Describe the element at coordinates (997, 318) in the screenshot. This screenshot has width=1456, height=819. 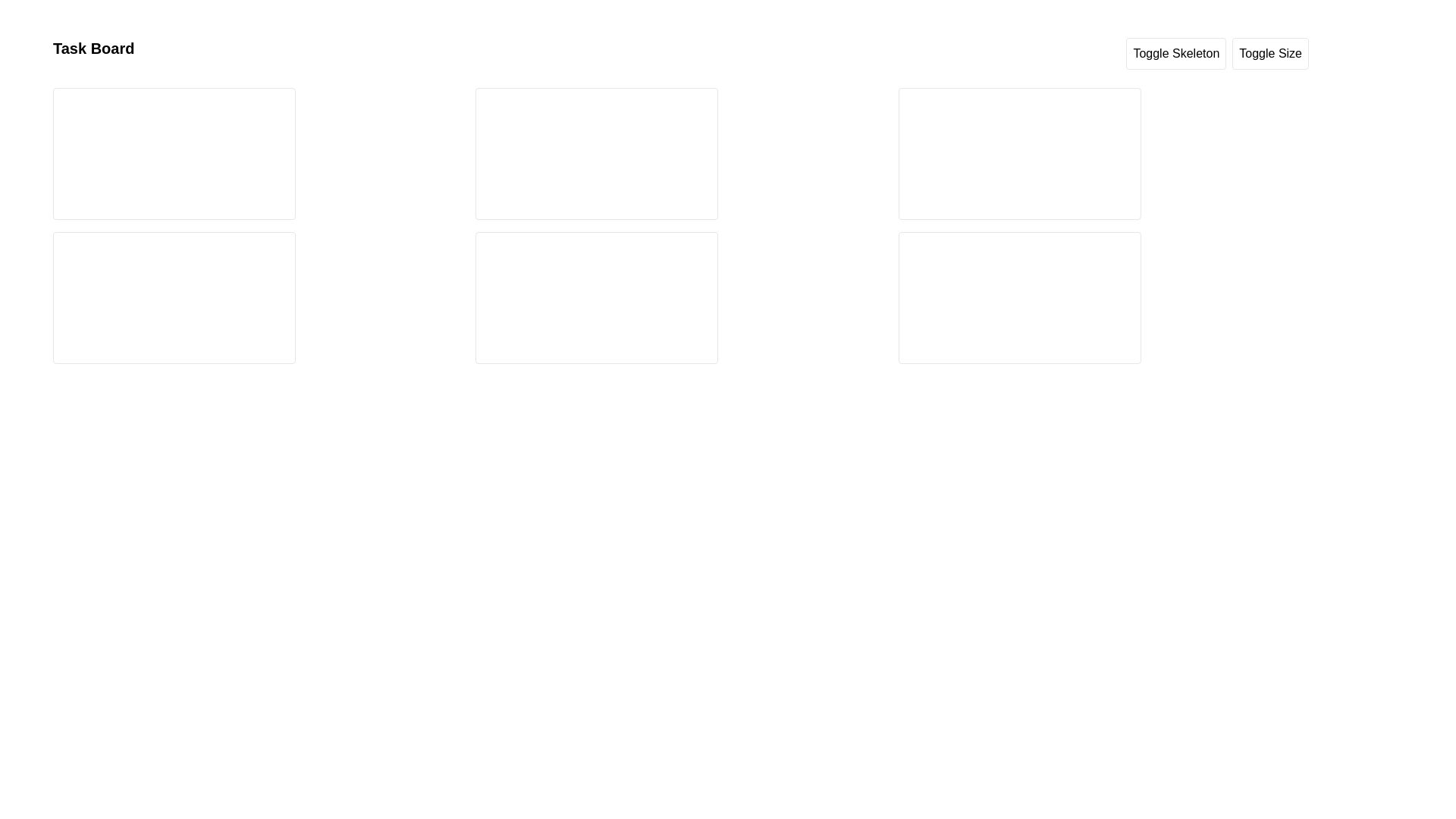
I see `the second skeleton loader component, which is a horizontal skeleton loader with pulsating animation, located in the lower-right quadrant of the layout` at that location.